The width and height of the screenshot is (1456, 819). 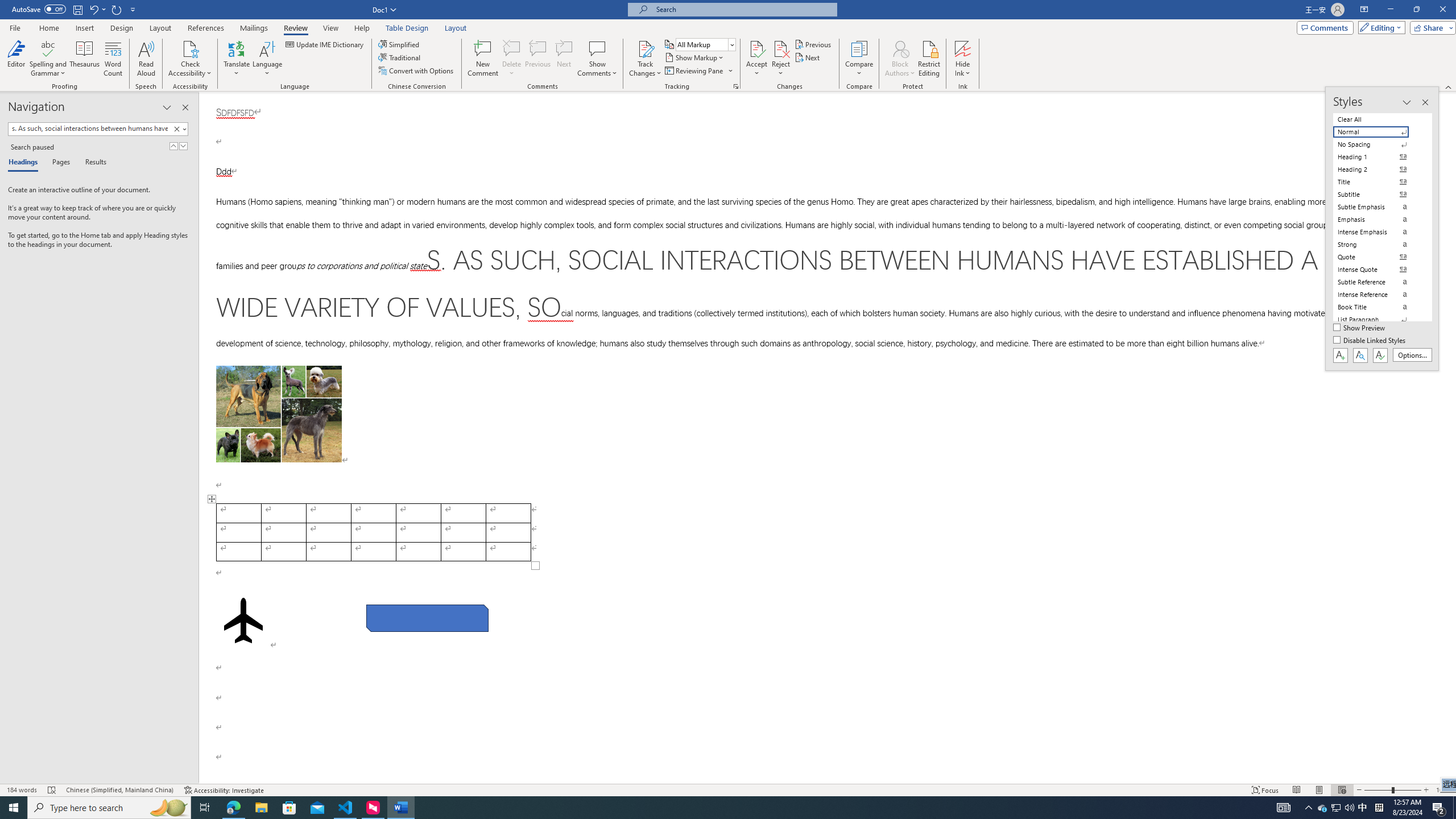 What do you see at coordinates (190, 59) in the screenshot?
I see `'Check Accessibility'` at bounding box center [190, 59].